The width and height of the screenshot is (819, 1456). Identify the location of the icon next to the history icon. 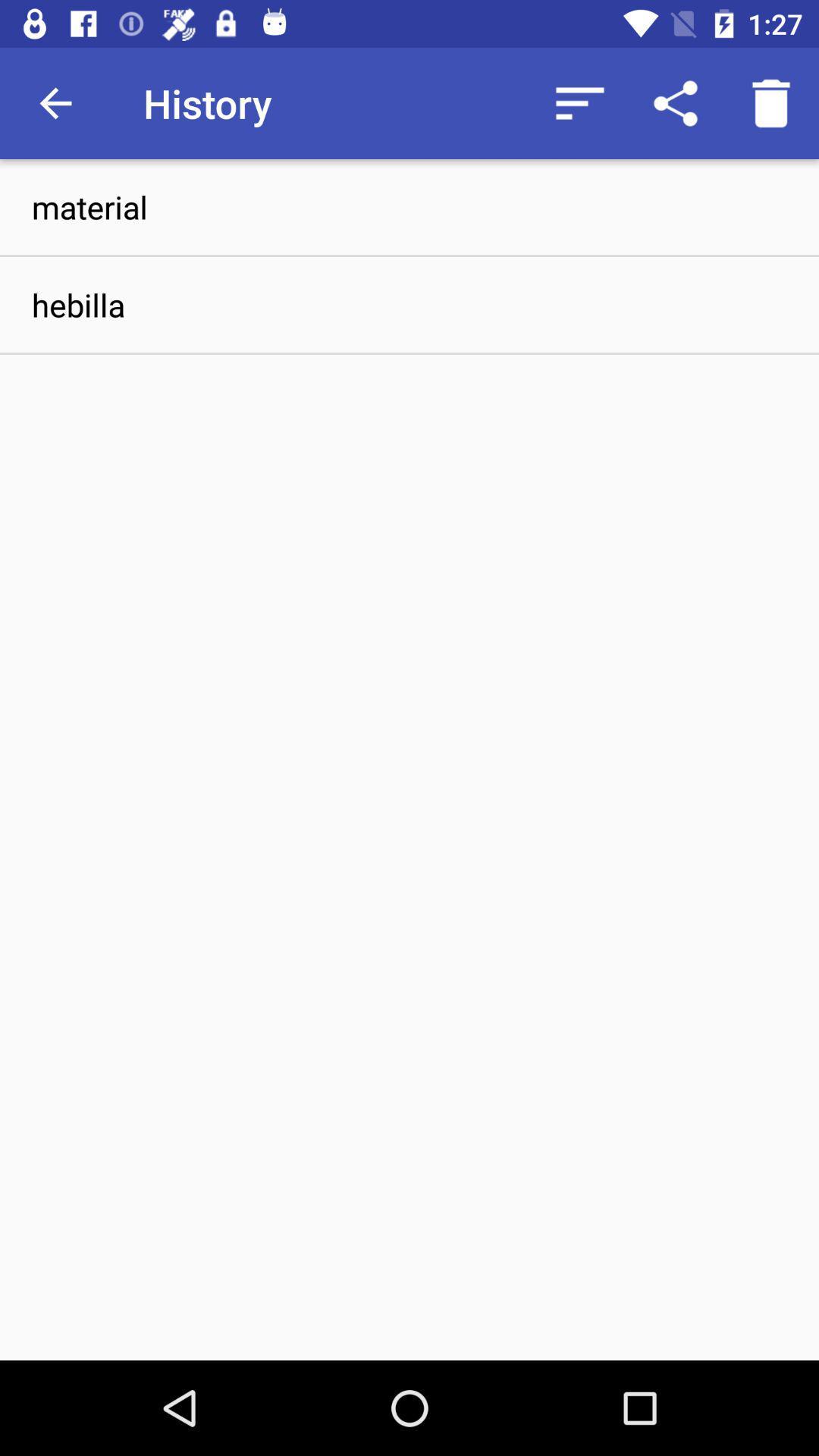
(55, 102).